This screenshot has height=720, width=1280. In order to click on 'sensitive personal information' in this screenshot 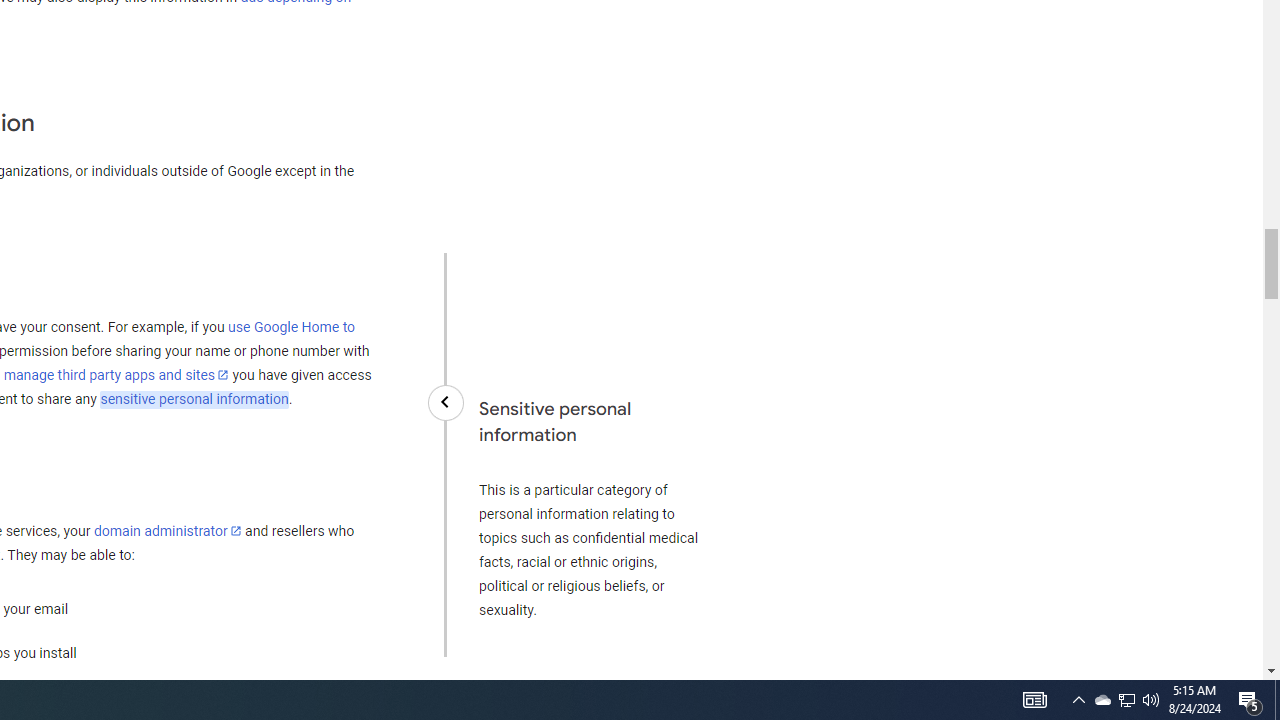, I will do `click(194, 399)`.